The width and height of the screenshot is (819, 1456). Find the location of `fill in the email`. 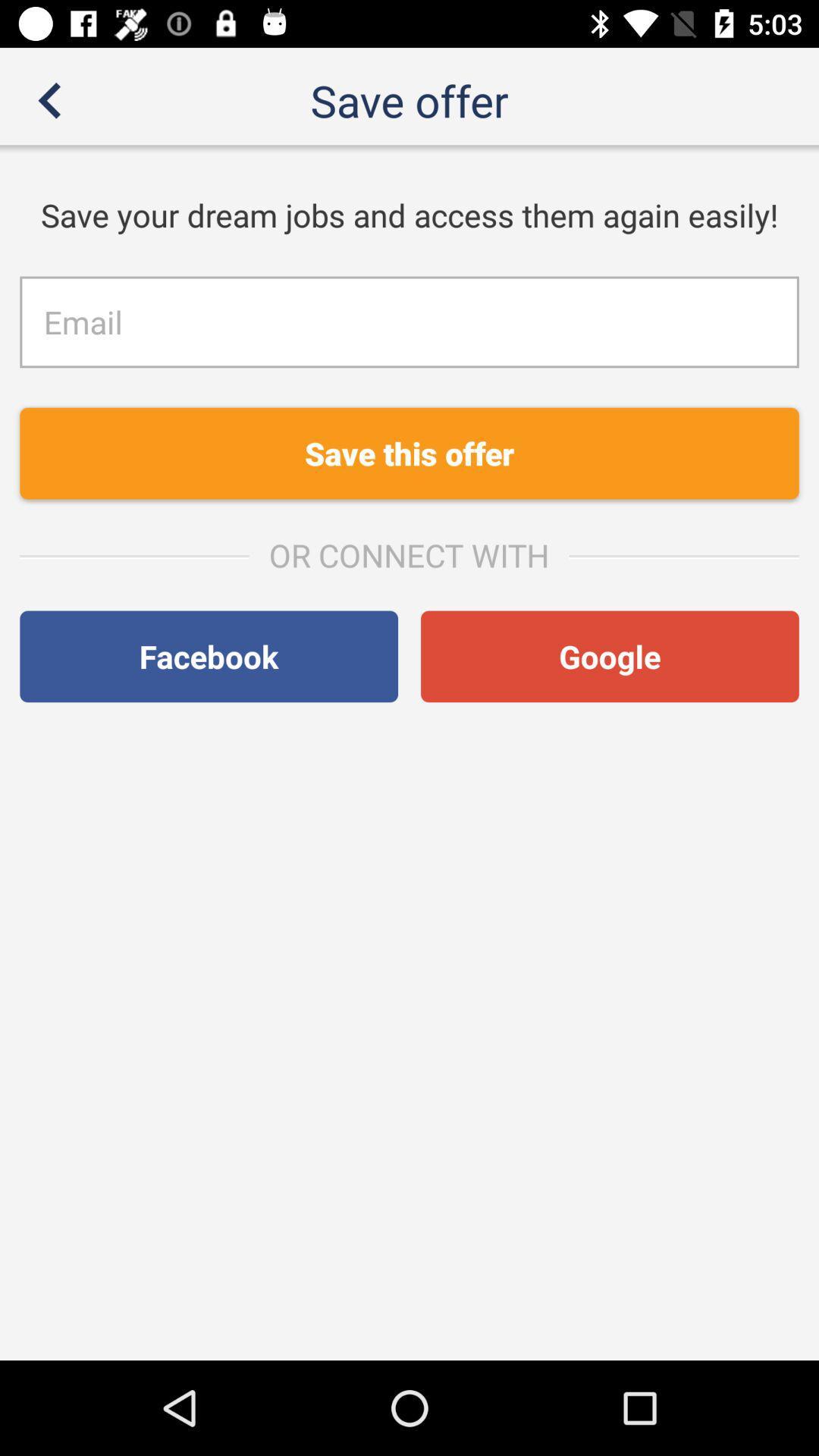

fill in the email is located at coordinates (409, 321).